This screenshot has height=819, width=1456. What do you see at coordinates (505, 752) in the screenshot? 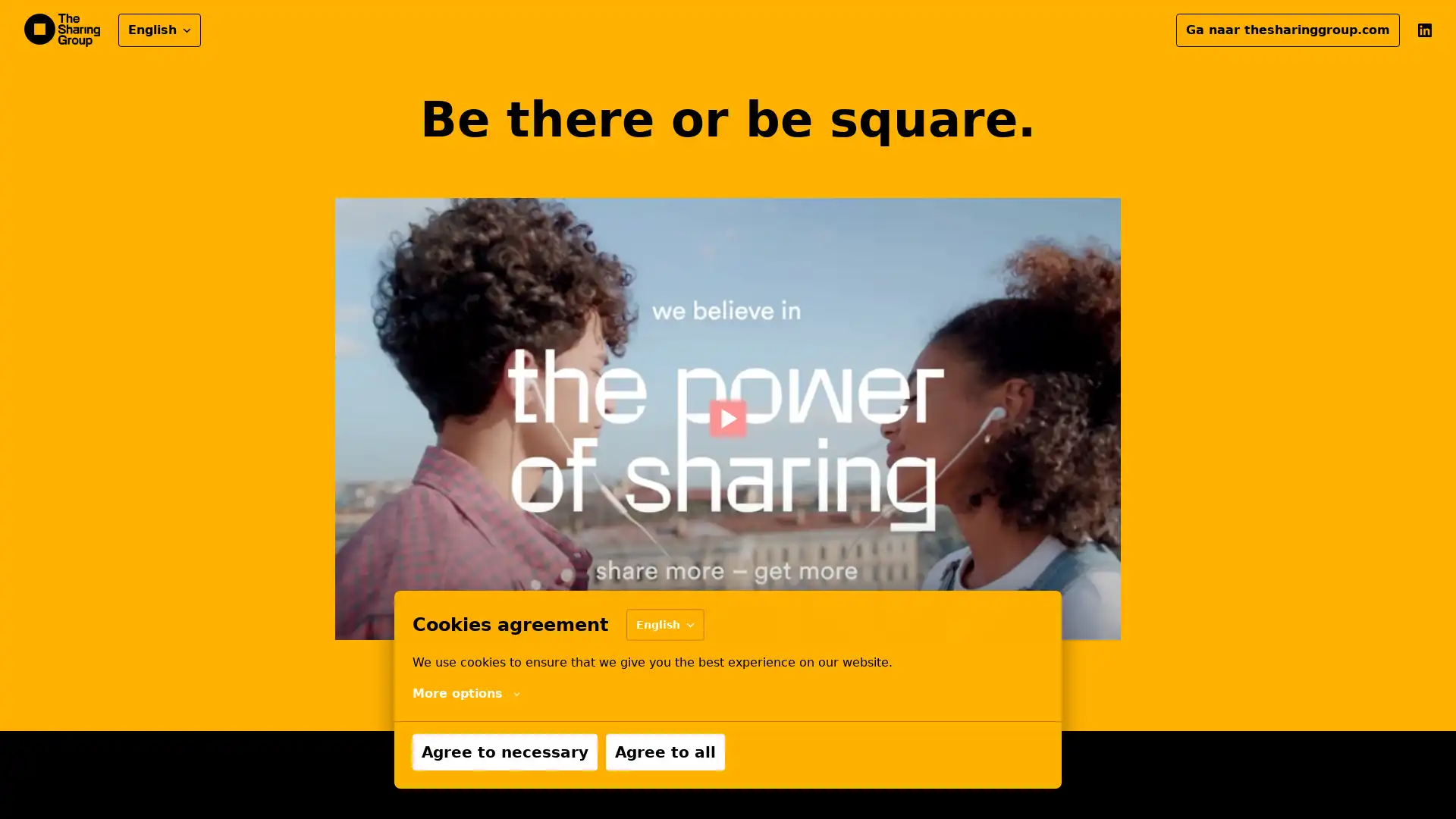
I see `Agree to necessary` at bounding box center [505, 752].